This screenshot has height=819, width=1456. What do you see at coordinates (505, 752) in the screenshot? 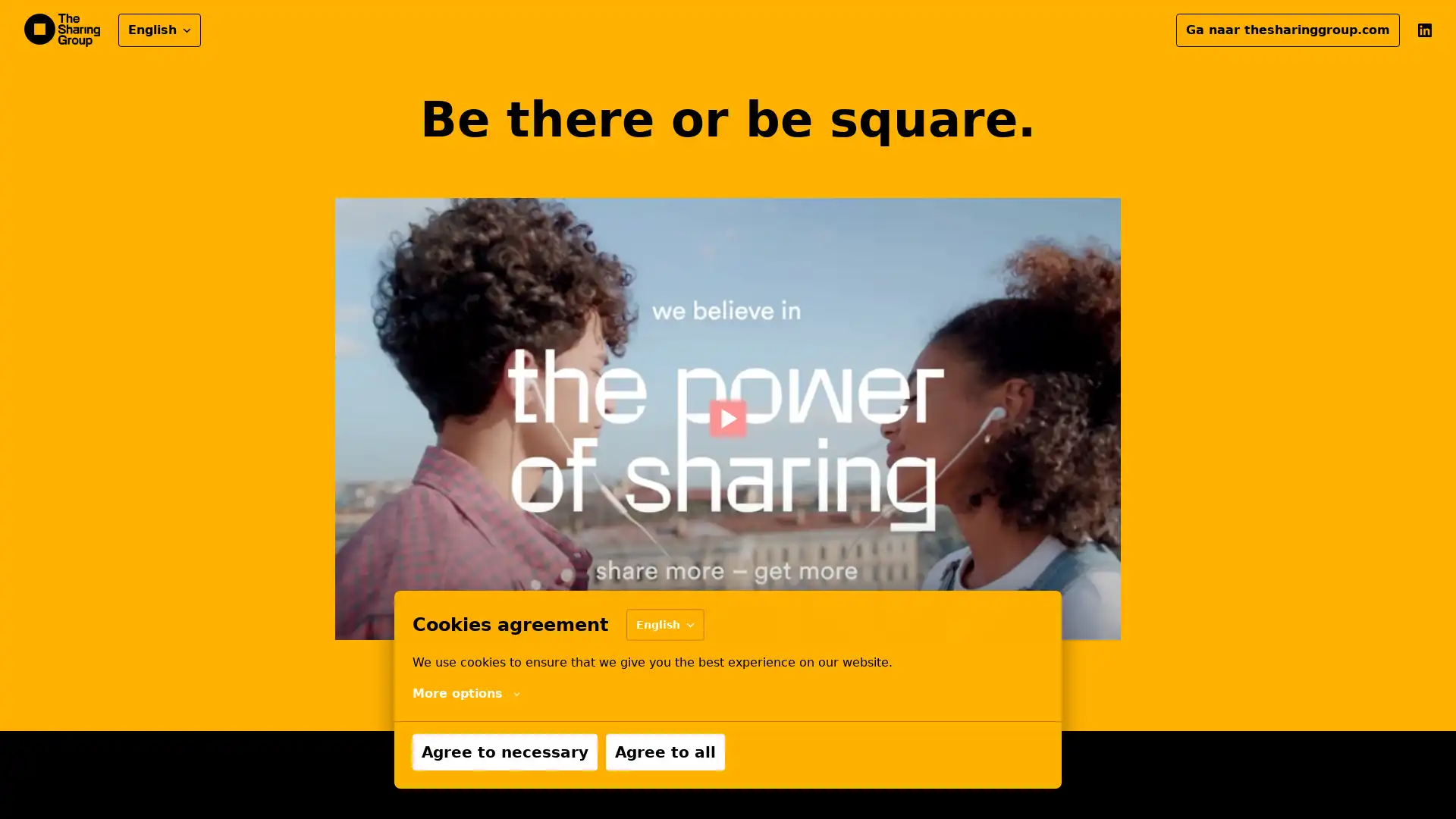
I see `Agree to necessary` at bounding box center [505, 752].